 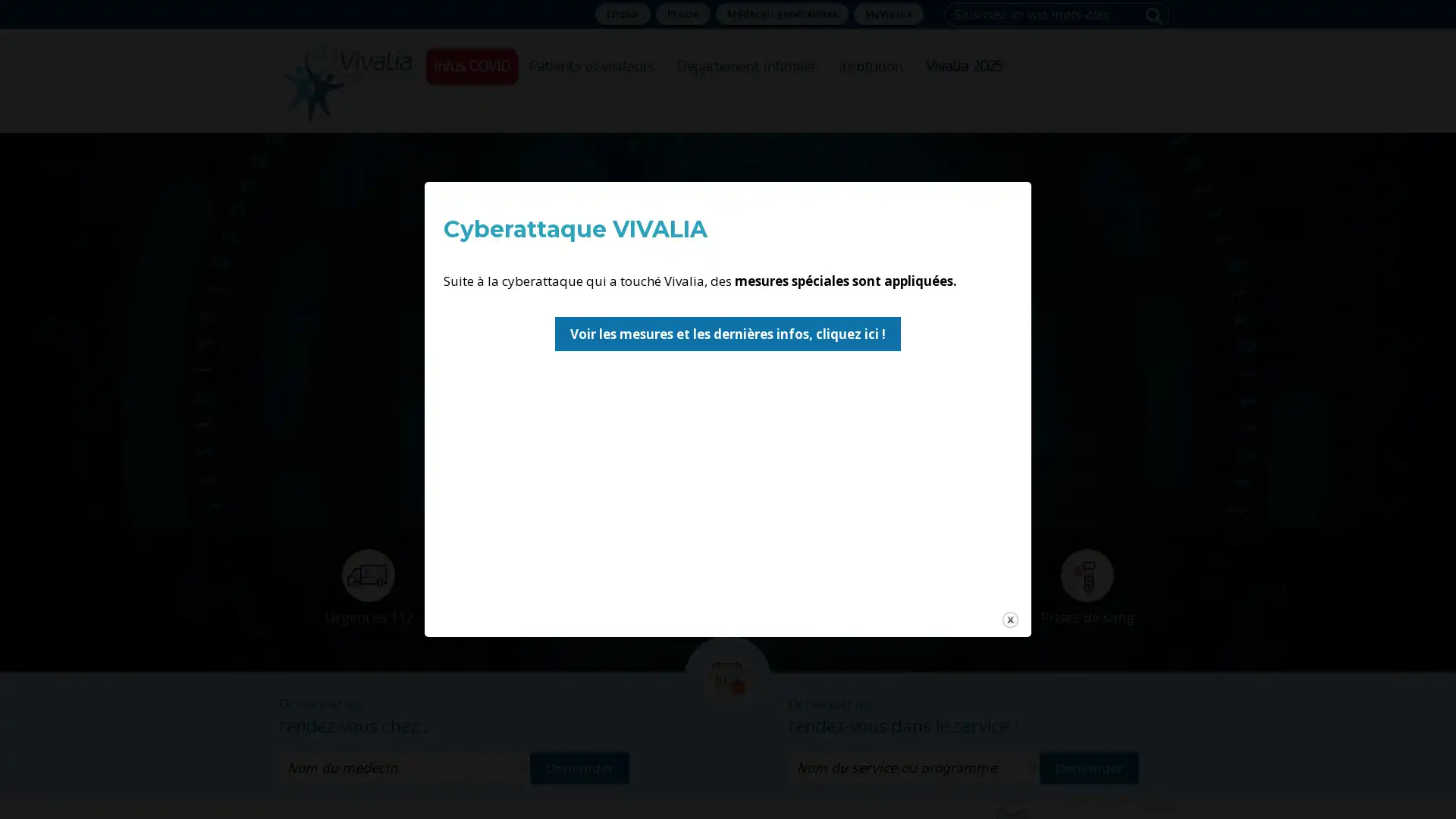 What do you see at coordinates (1156, 14) in the screenshot?
I see `Rechercher` at bounding box center [1156, 14].